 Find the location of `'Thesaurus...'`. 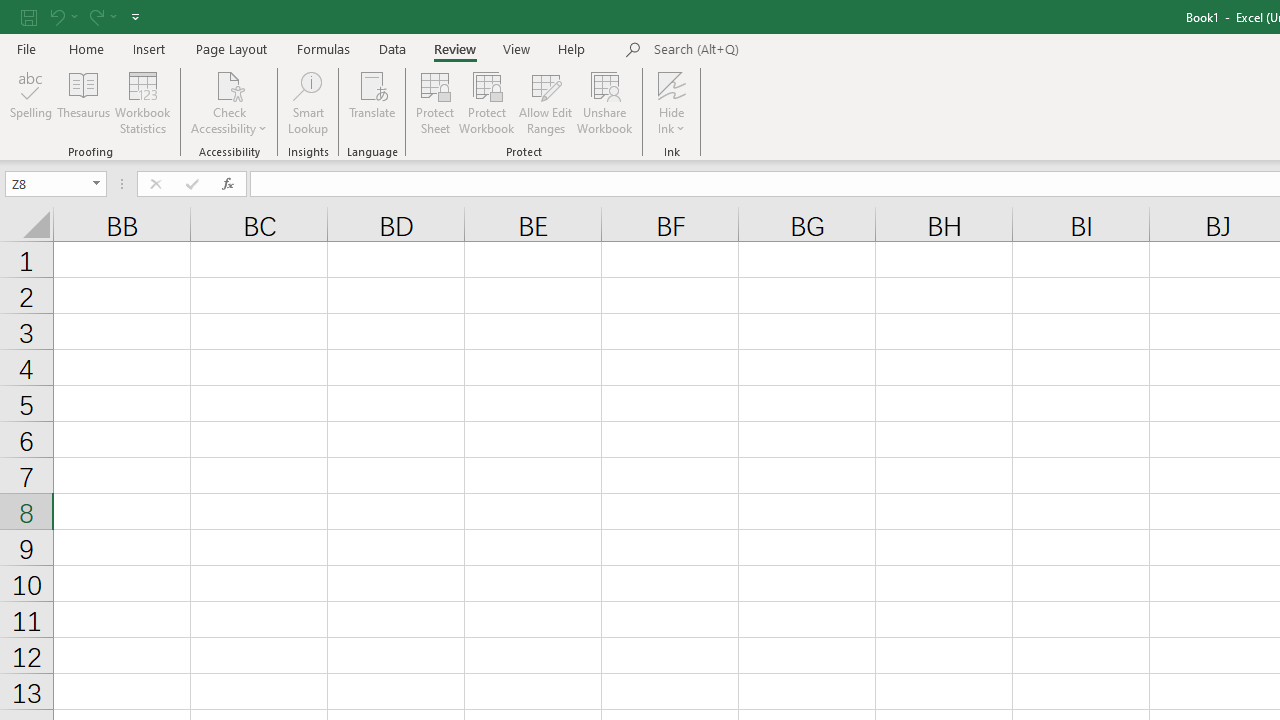

'Thesaurus...' is located at coordinates (82, 103).